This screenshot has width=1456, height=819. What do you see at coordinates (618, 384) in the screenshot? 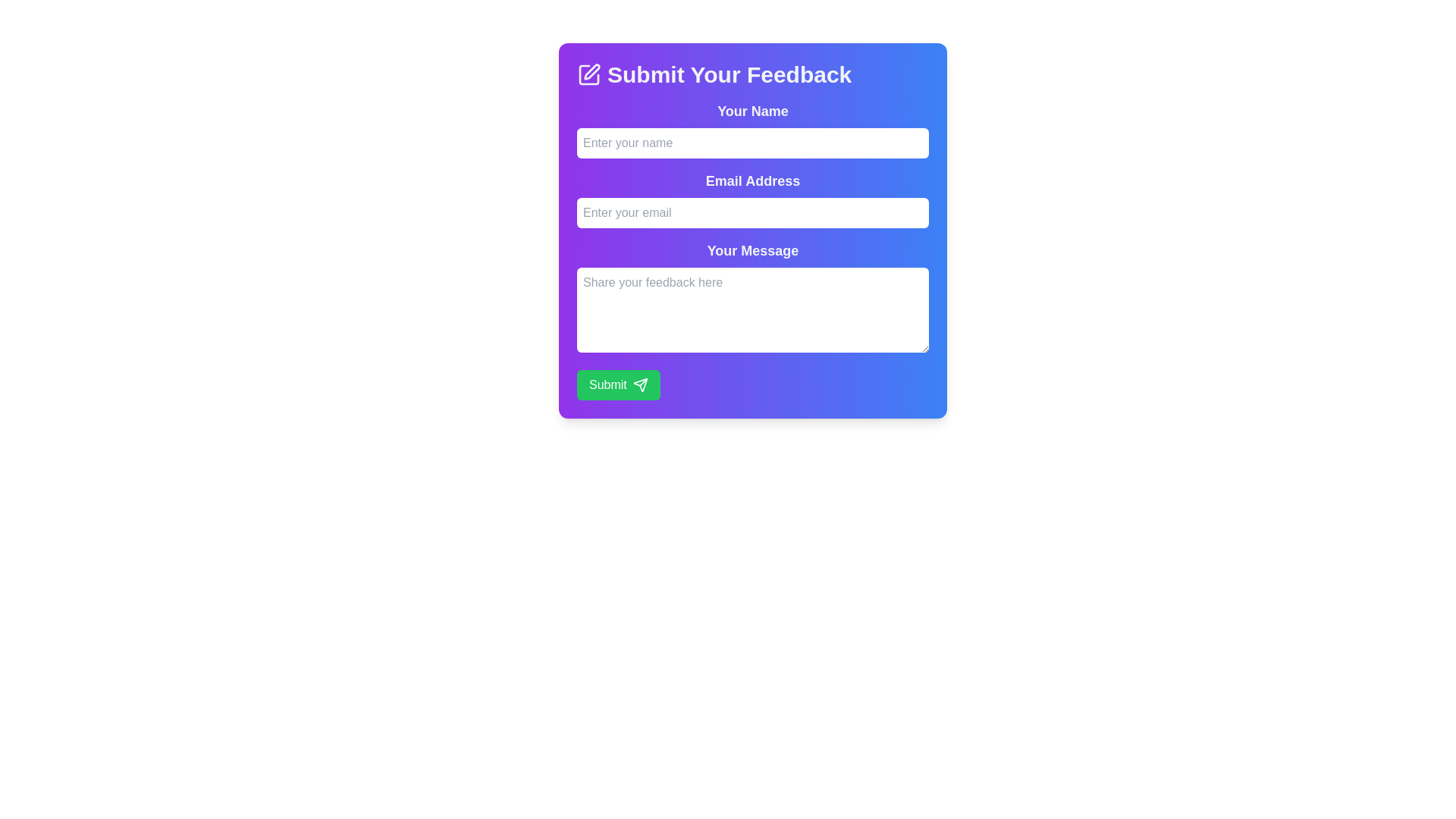
I see `the 'Submit' button with a green background and white text, located at the bottom of the feedback form` at bounding box center [618, 384].